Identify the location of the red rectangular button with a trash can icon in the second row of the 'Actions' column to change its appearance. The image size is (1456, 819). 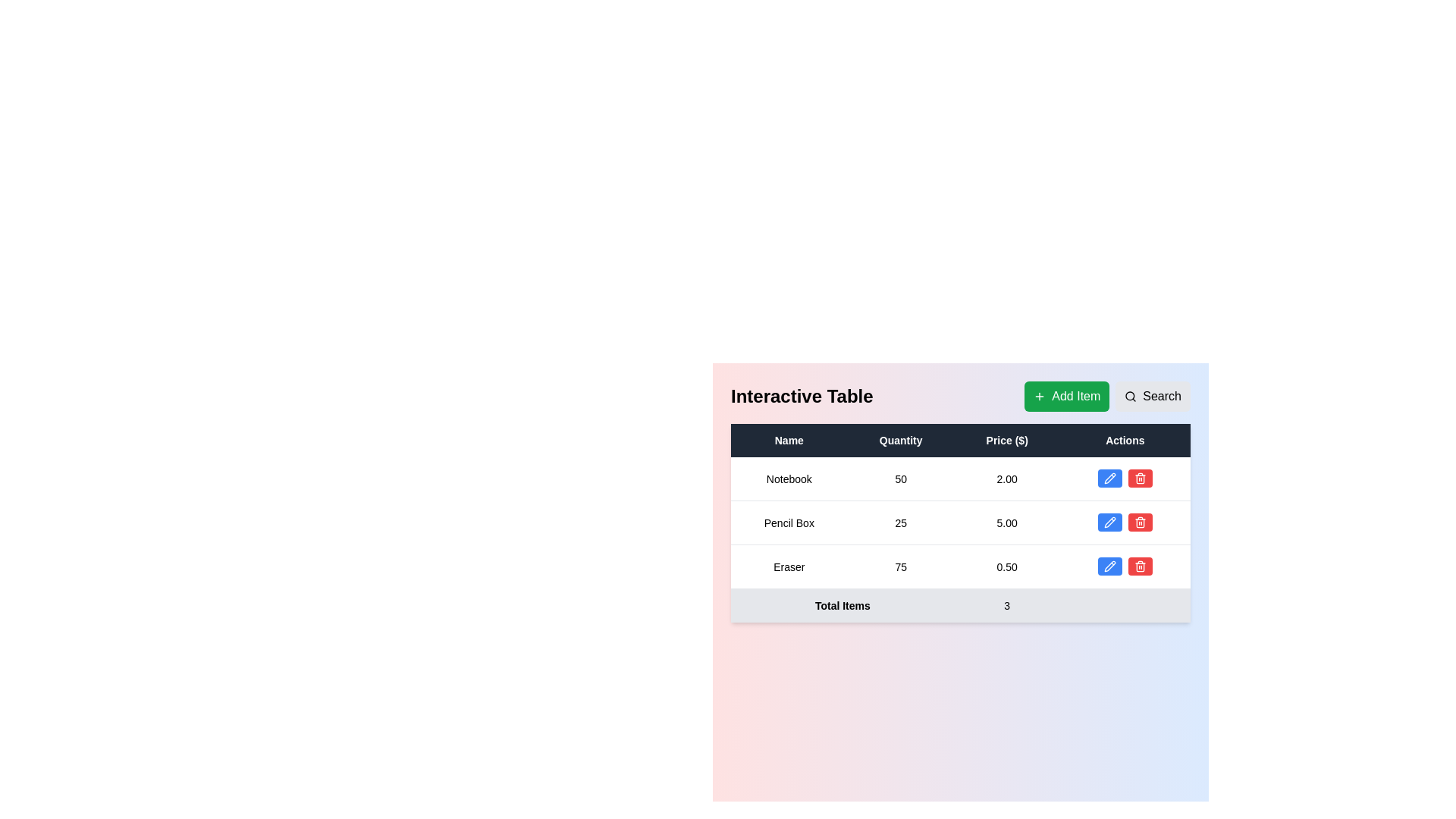
(1140, 522).